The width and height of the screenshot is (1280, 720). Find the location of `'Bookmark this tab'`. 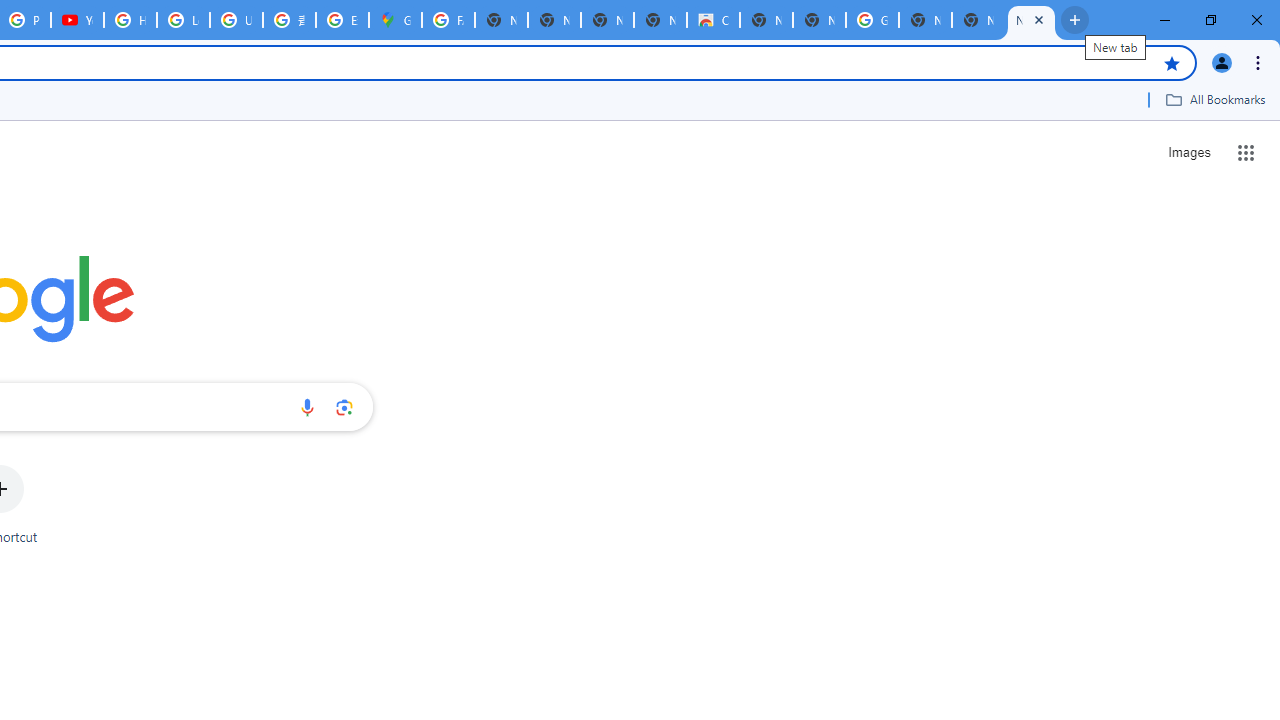

'Bookmark this tab' is located at coordinates (1171, 61).